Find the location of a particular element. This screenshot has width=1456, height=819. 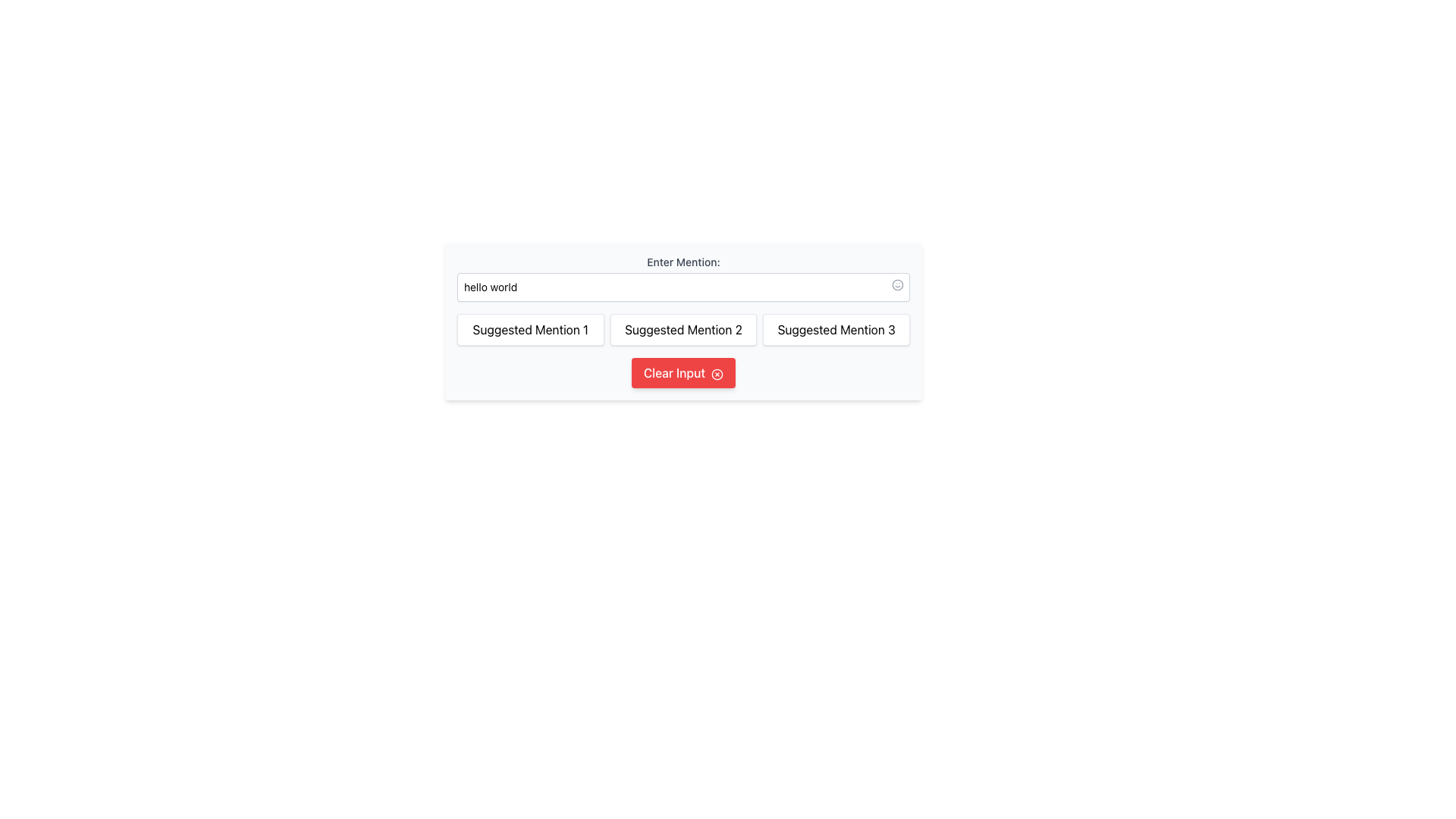

the SVG circle element located at the top-right corner of a box, which serves as part of an icon and is visually decorative is located at coordinates (898, 284).